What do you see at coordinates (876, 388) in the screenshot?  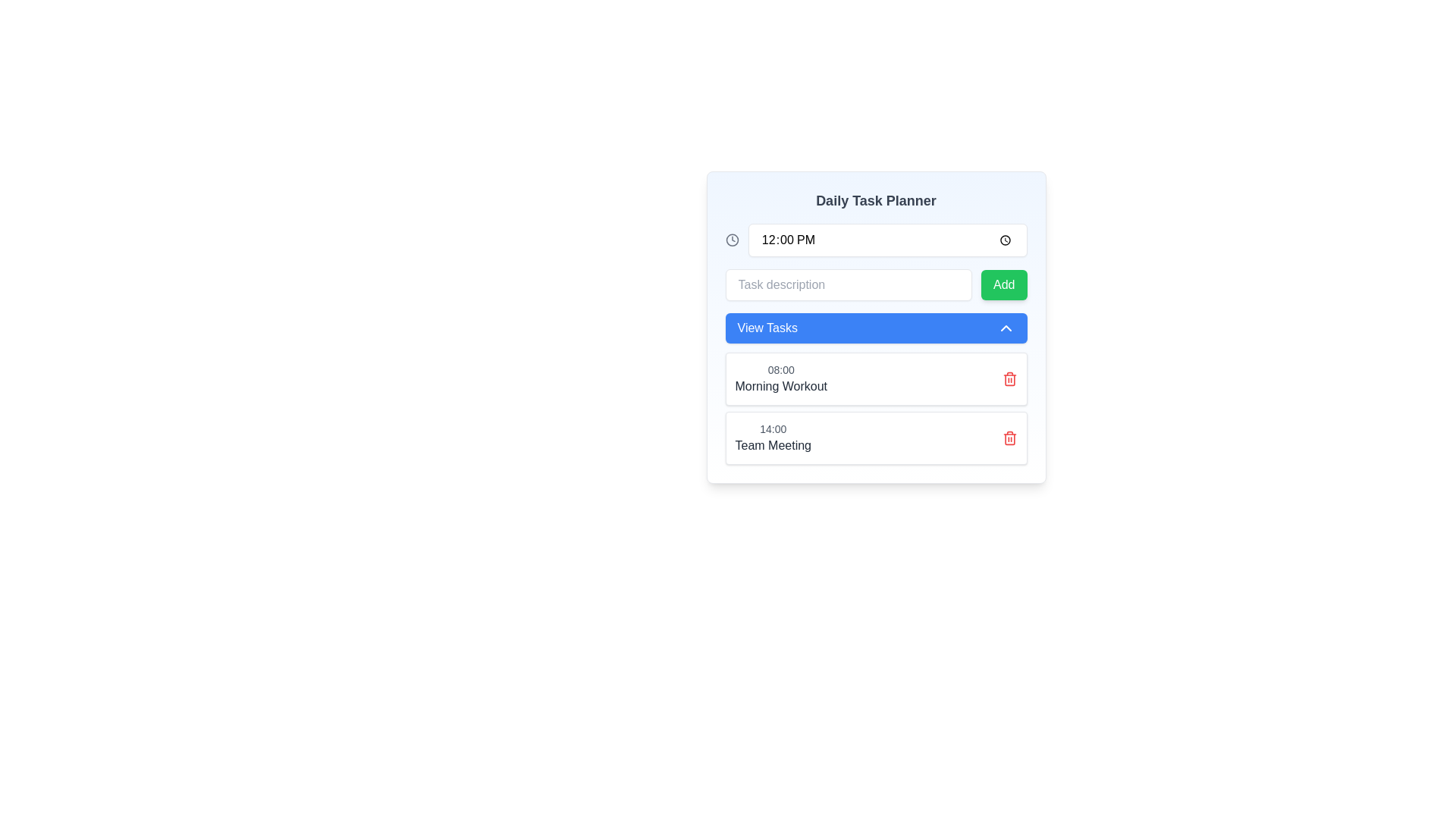 I see `and drop the first list item displaying '08:00' and 'Morning Workout'` at bounding box center [876, 388].